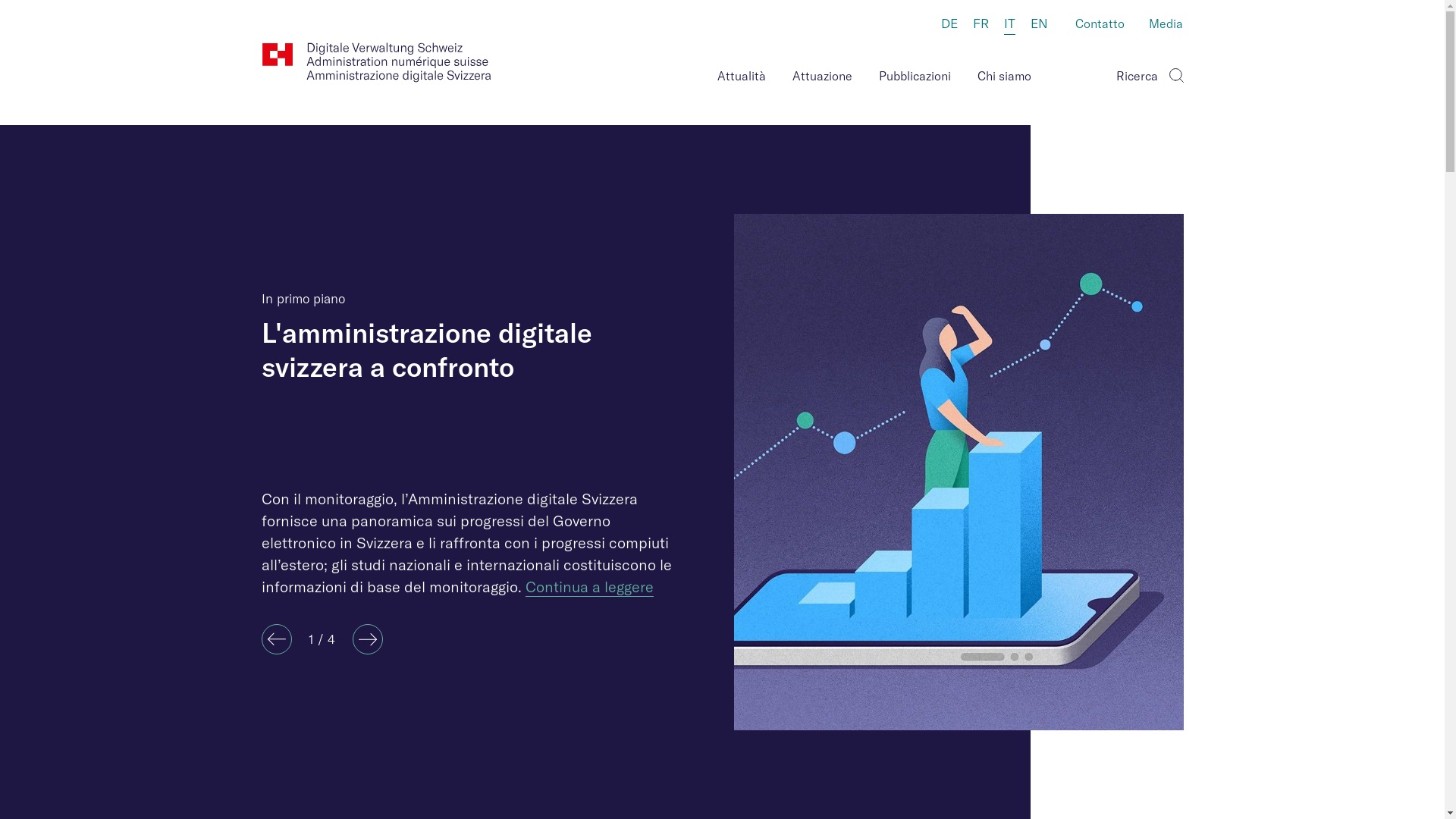 The height and width of the screenshot is (819, 1456). Describe the element at coordinates (948, 24) in the screenshot. I see `'DE'` at that location.